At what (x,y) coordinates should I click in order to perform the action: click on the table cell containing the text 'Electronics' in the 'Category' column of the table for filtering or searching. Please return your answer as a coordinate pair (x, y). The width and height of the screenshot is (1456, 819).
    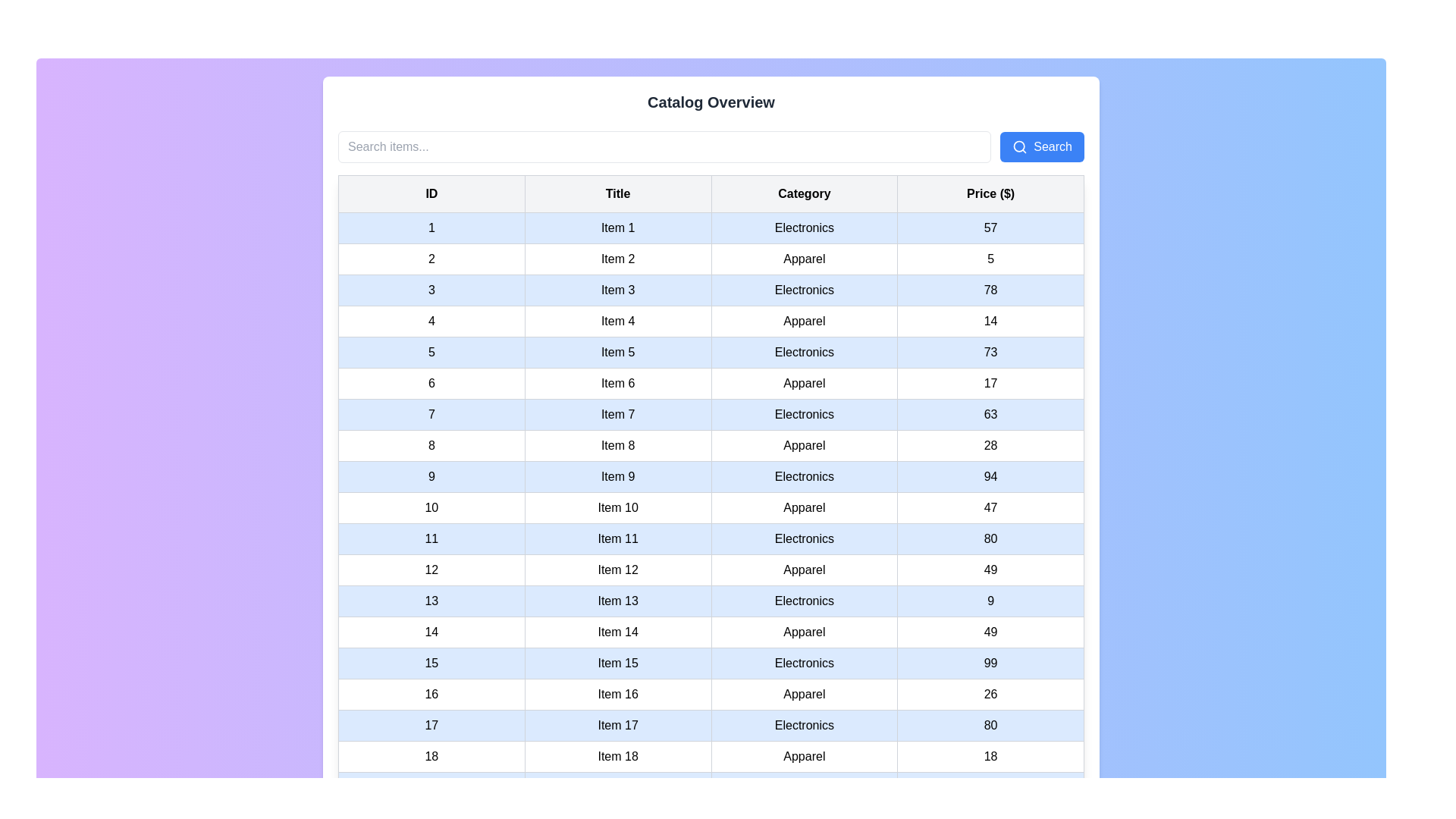
    Looking at the image, I should click on (803, 290).